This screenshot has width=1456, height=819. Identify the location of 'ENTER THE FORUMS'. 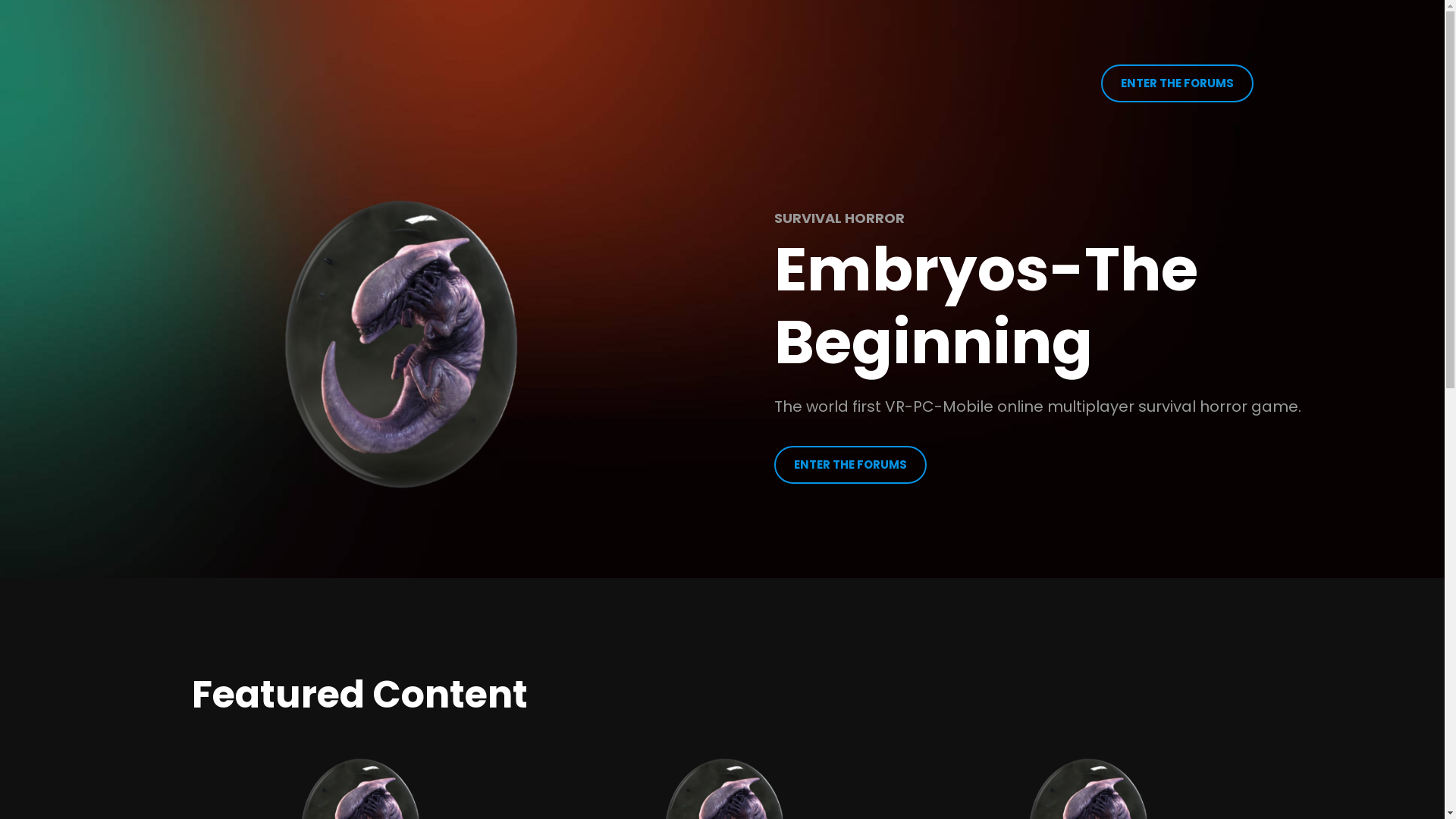
(850, 464).